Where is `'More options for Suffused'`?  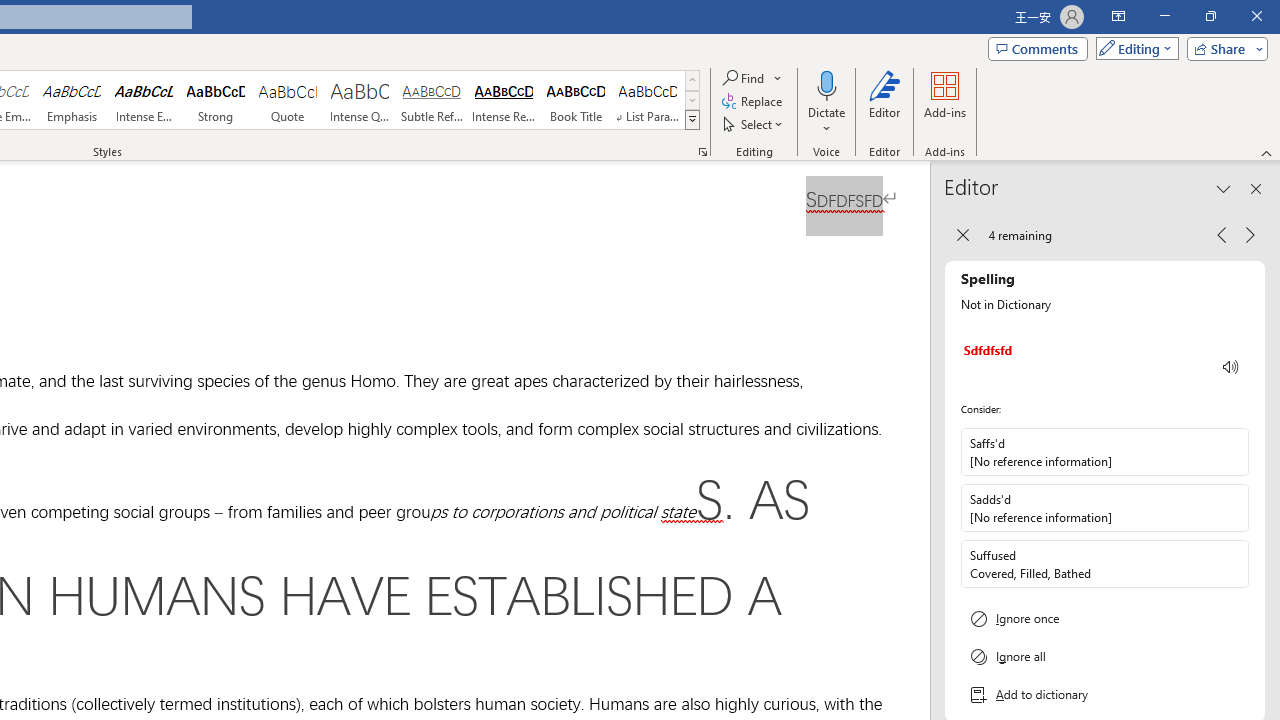
'More options for Suffused' is located at coordinates (1231, 563).